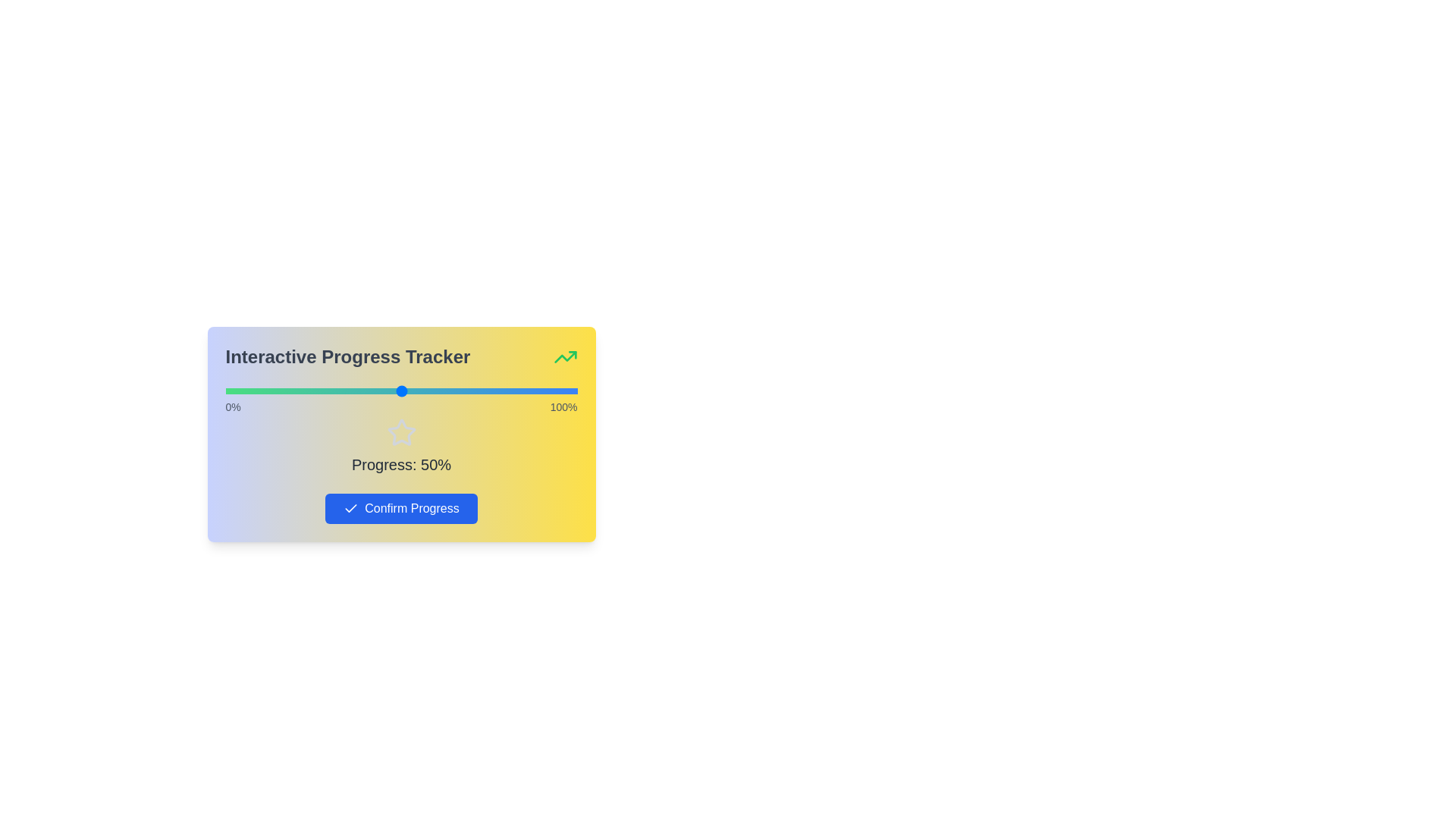  I want to click on the progress slider to 19%, so click(292, 391).